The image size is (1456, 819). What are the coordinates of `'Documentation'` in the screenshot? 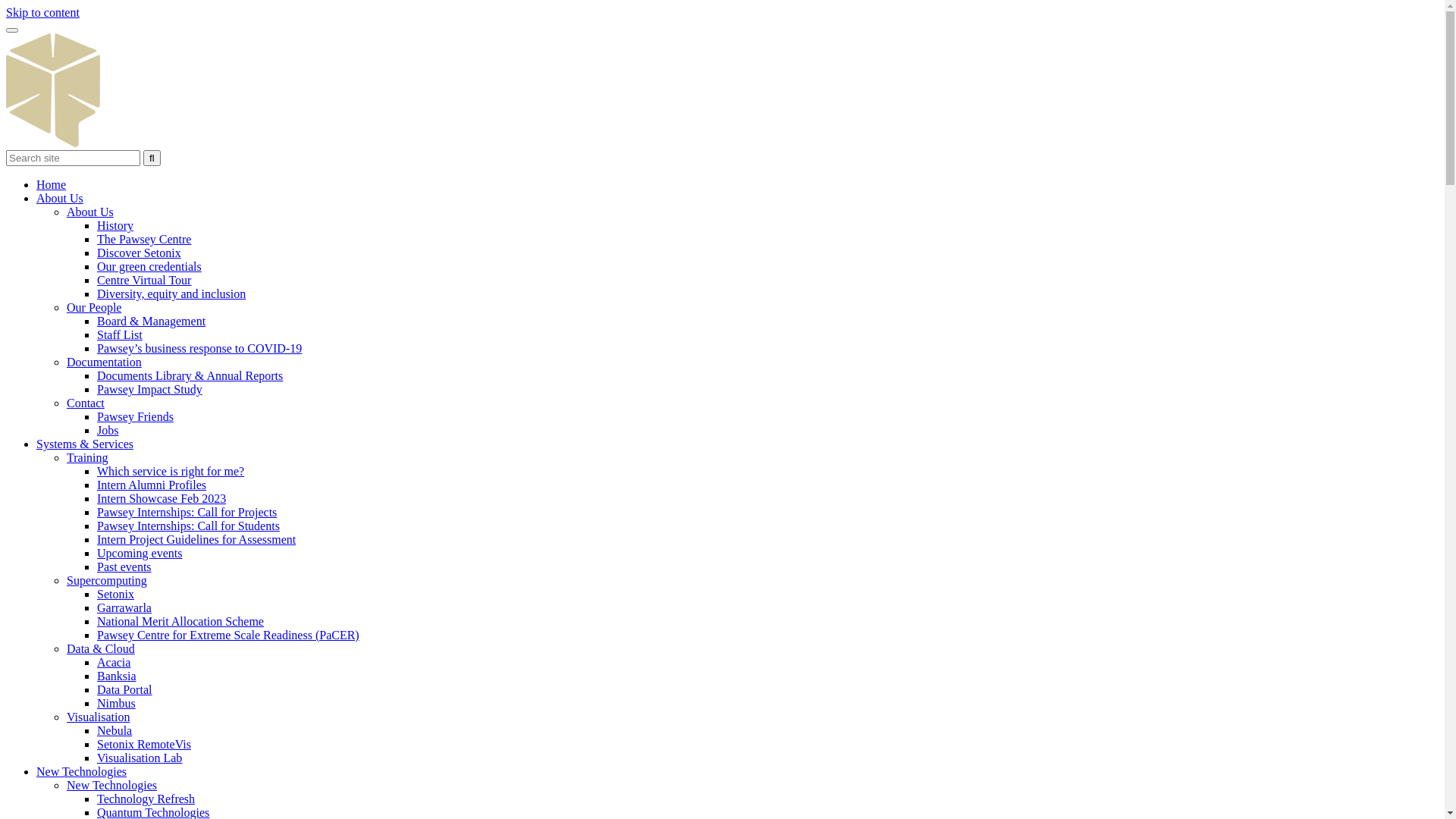 It's located at (103, 362).